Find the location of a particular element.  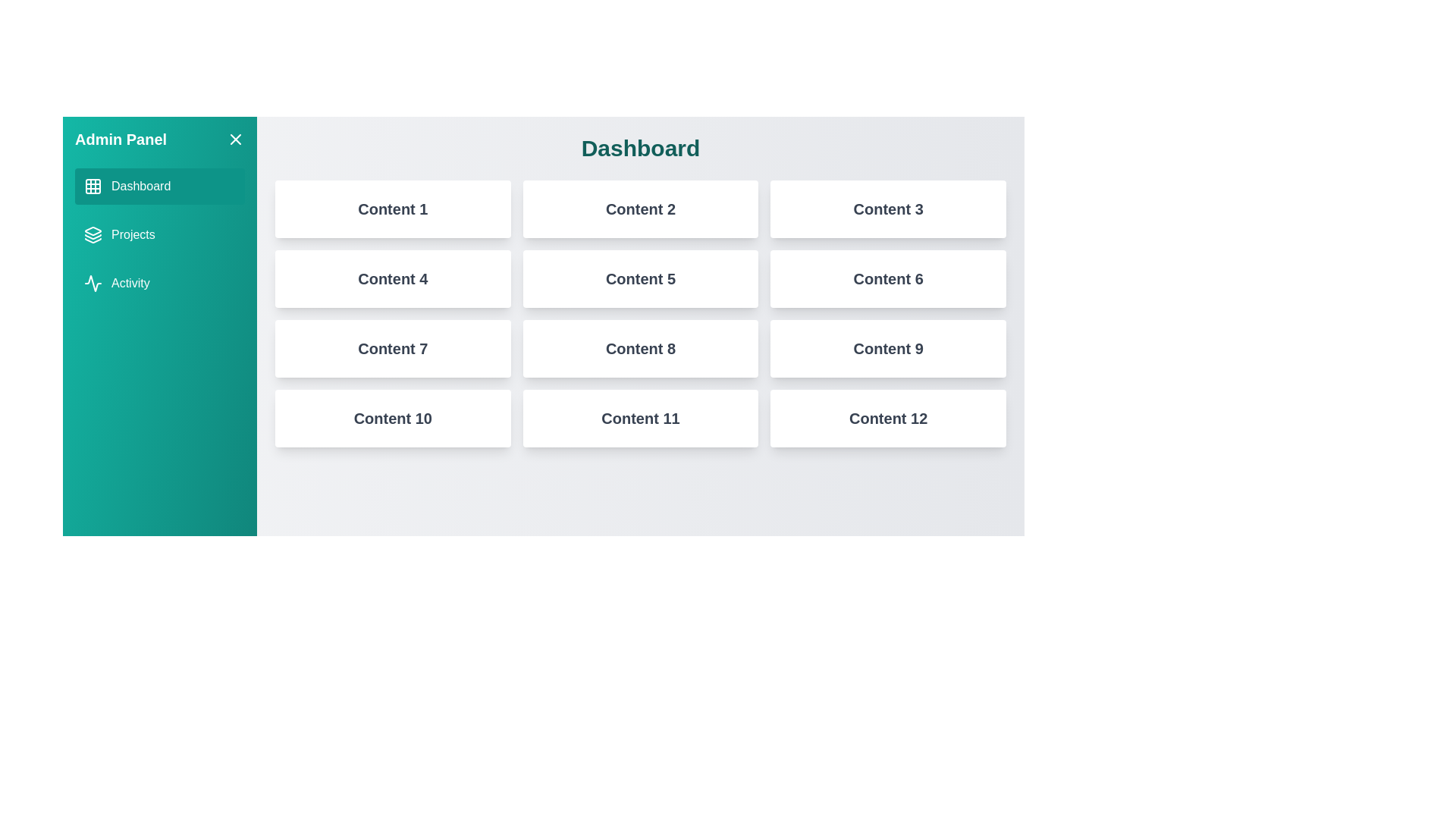

close button on the side navigation drawer to toggle it closed is located at coordinates (235, 140).